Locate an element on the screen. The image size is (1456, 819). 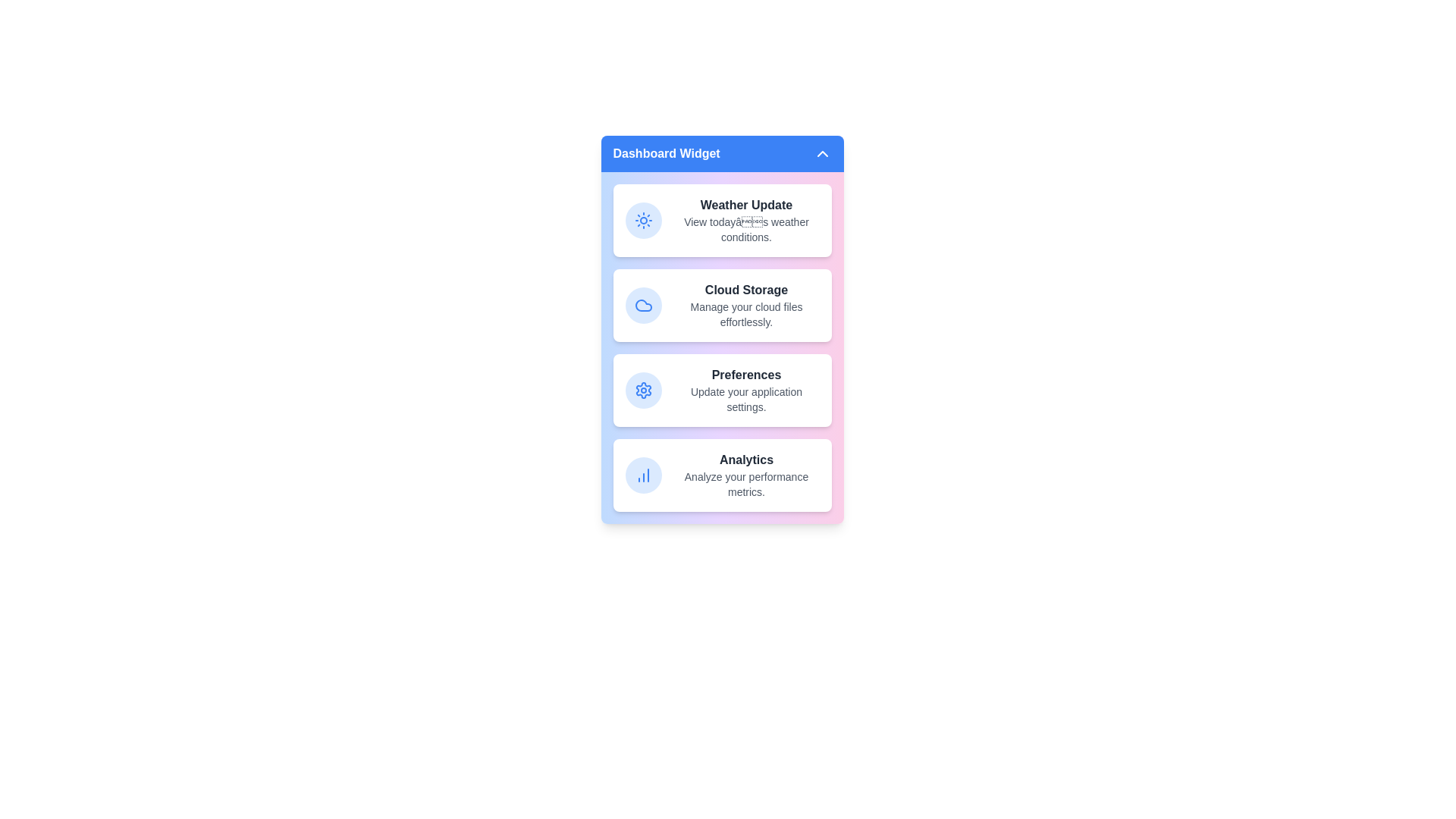
the 'Cloud Storage' item to select and interact with it is located at coordinates (721, 305).